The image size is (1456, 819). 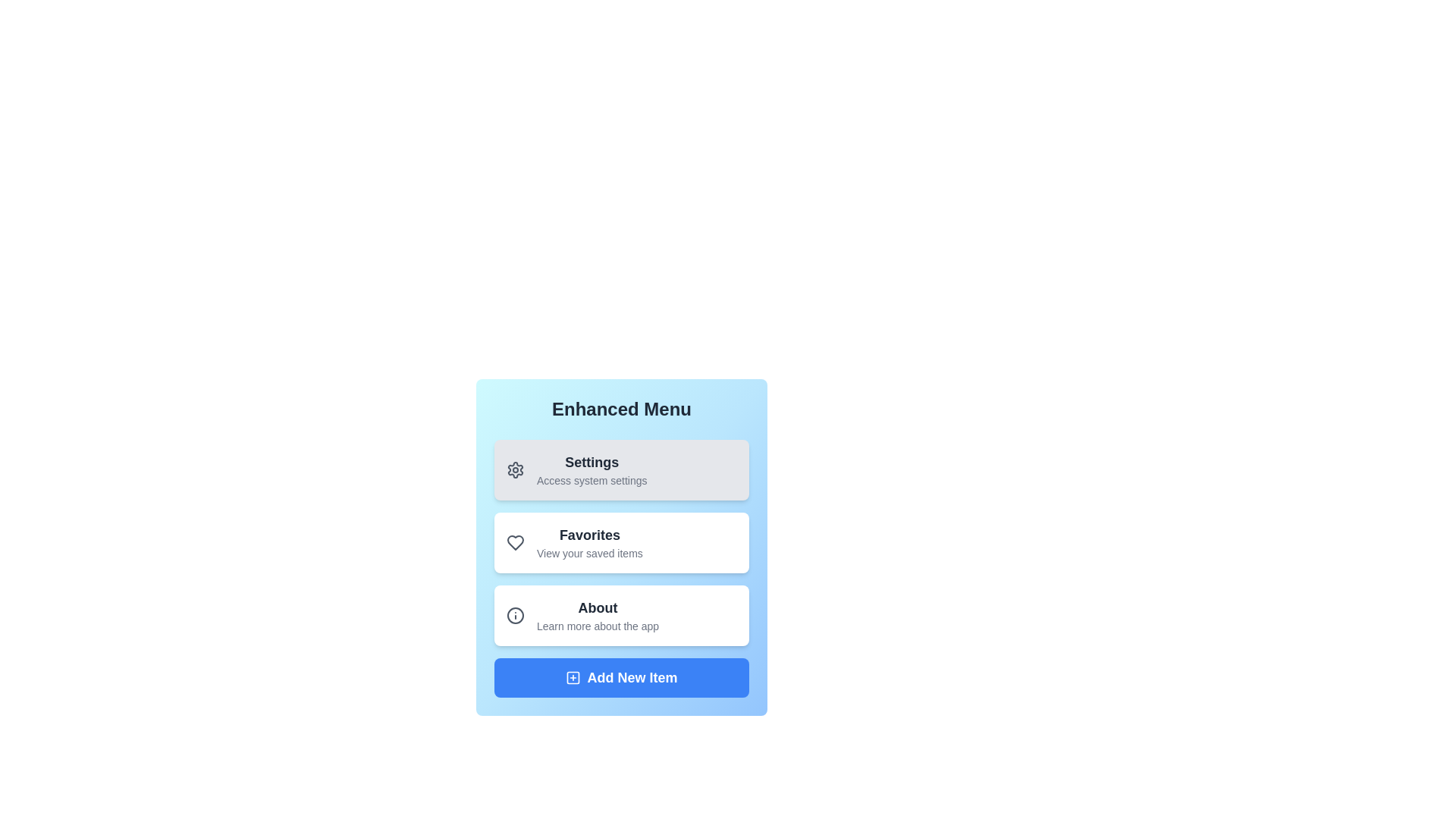 I want to click on the menu item labeled 'About' to activate it, so click(x=622, y=616).